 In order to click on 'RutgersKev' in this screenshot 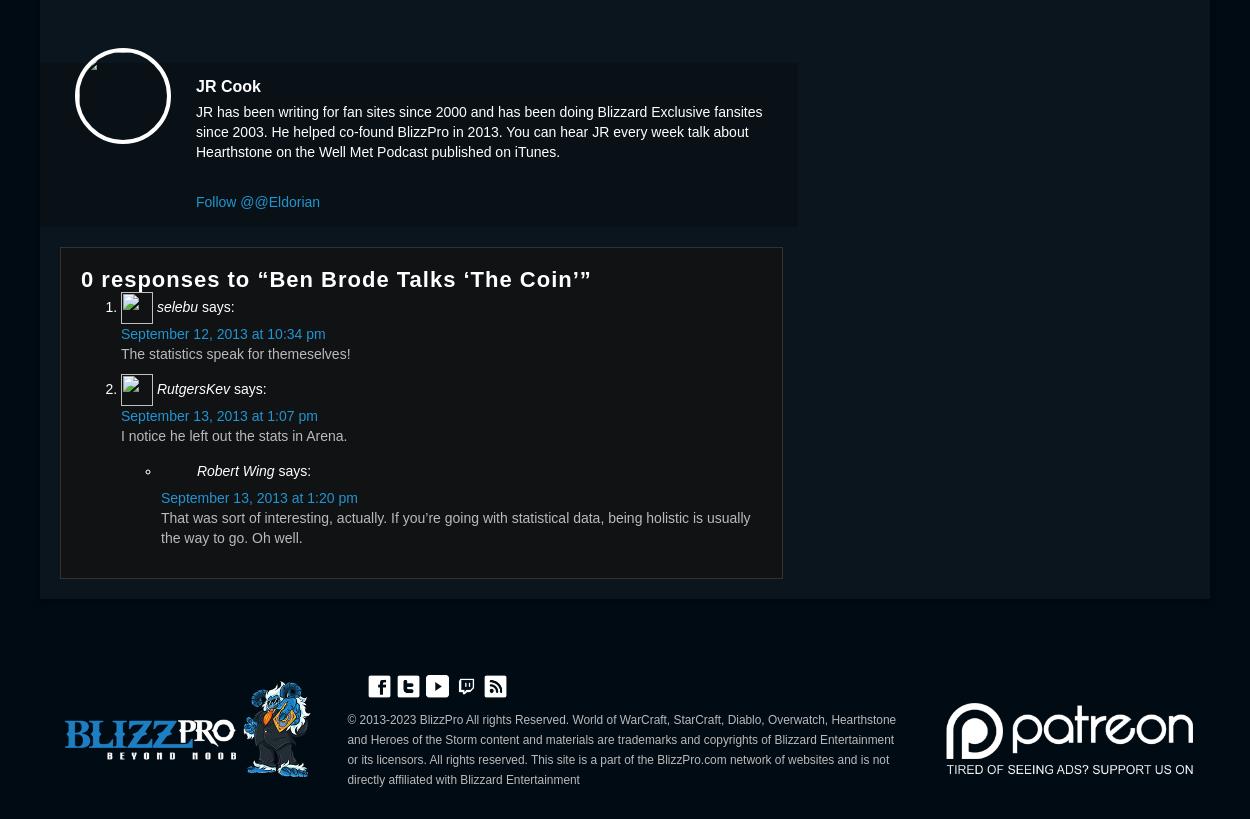, I will do `click(156, 386)`.